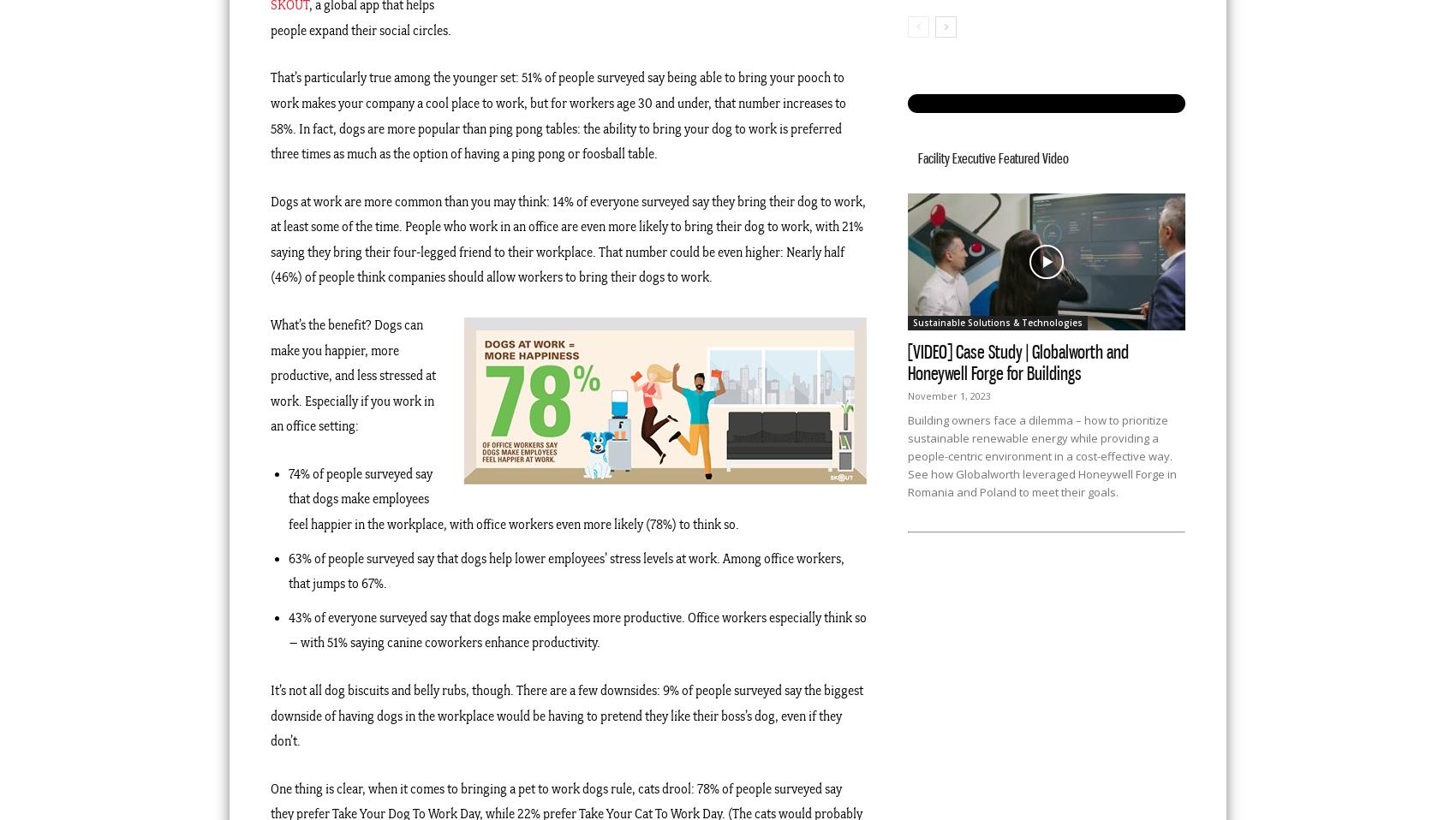  I want to click on 'That’s particularly true among the younger set: 51% of people surveyed say being able to bring your pooch to work makes your company a cool place to work, but for workers age 30 and under, that number increases to 58%. In fact, dogs are more popular than ping pong tables: the ability to bring your dog to work is preferred three times as much as the option of having a ping pong or foosball table.', so click(558, 115).